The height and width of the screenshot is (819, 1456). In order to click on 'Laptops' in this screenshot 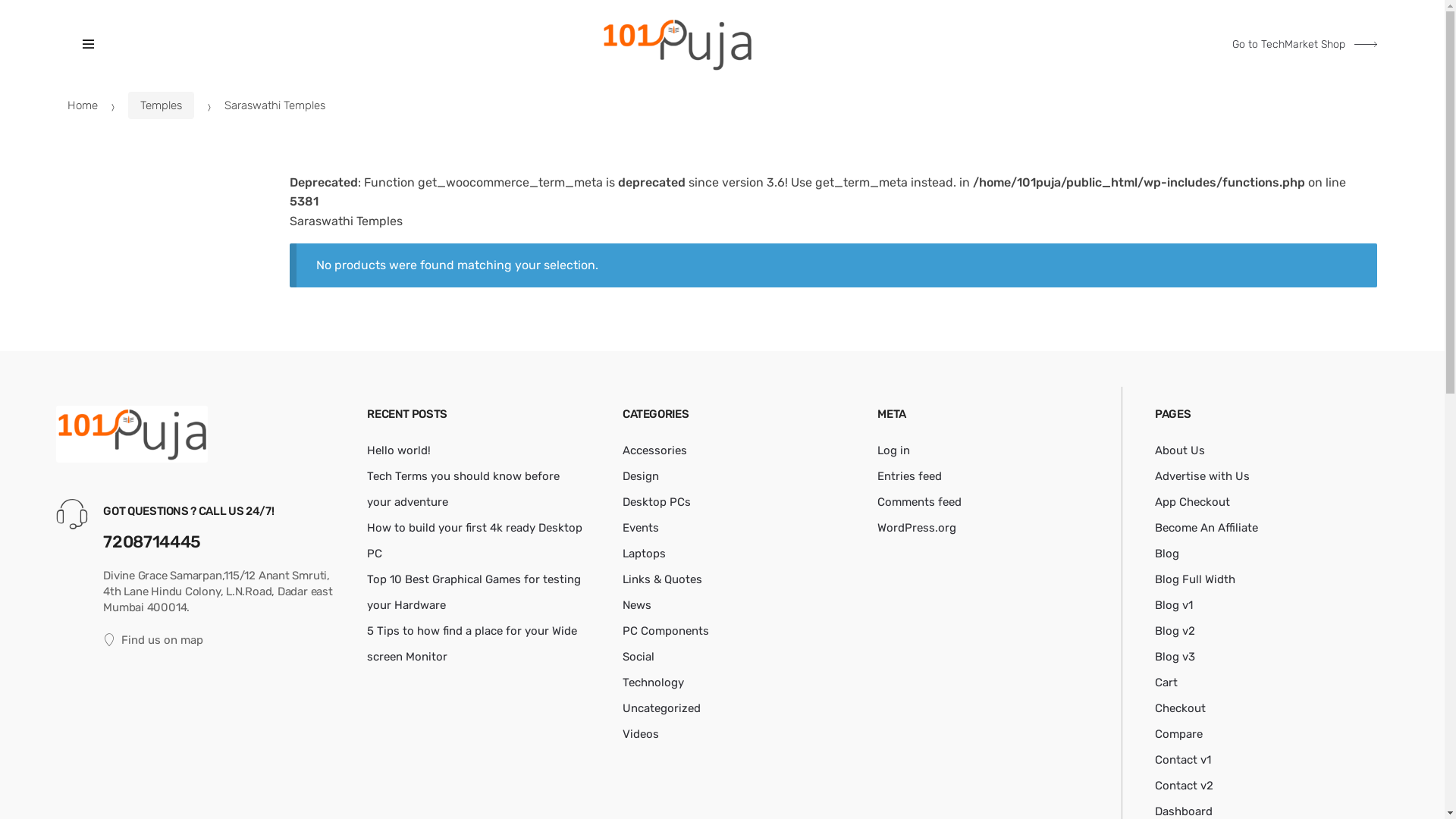, I will do `click(644, 553)`.